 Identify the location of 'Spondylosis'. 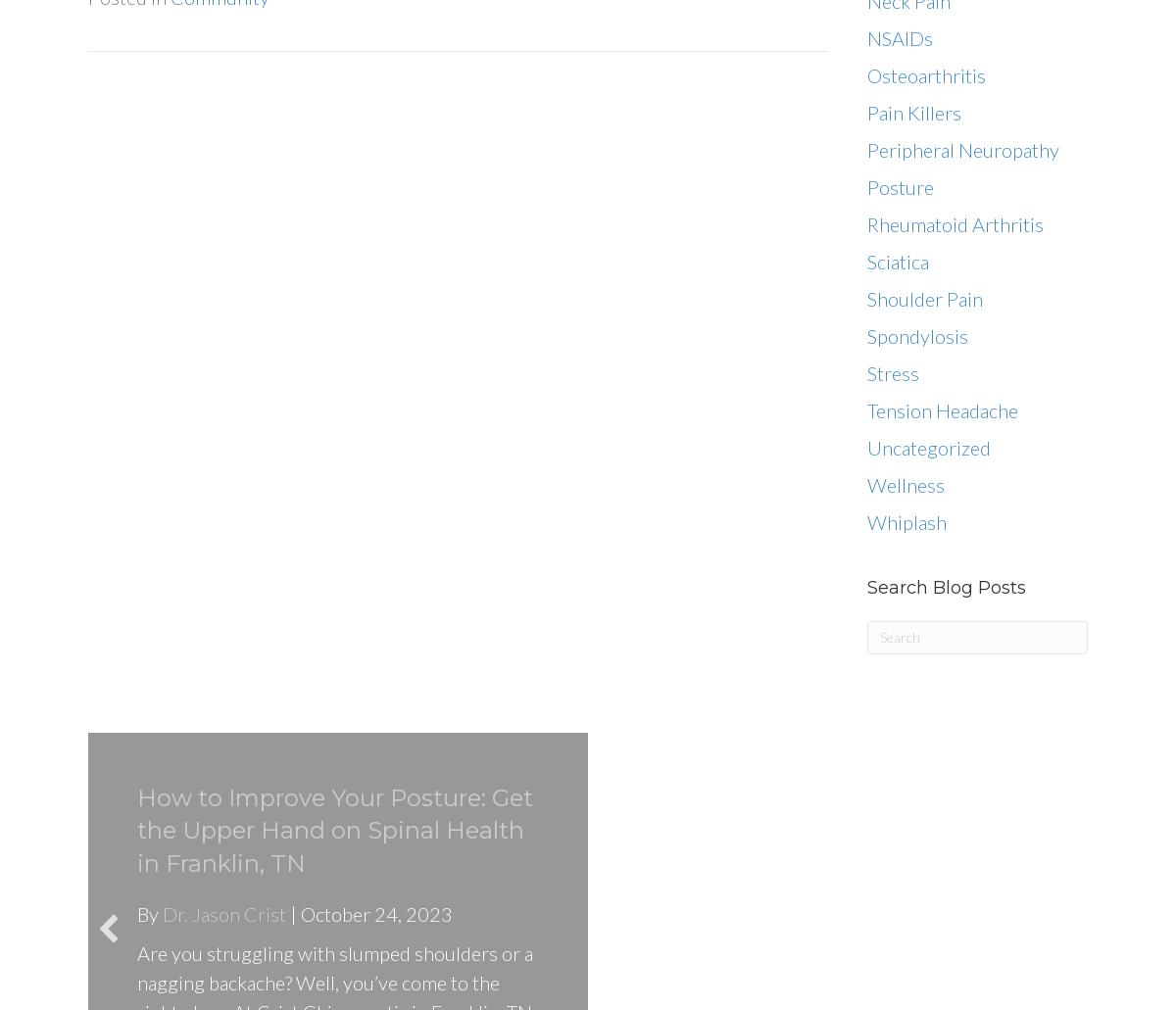
(866, 335).